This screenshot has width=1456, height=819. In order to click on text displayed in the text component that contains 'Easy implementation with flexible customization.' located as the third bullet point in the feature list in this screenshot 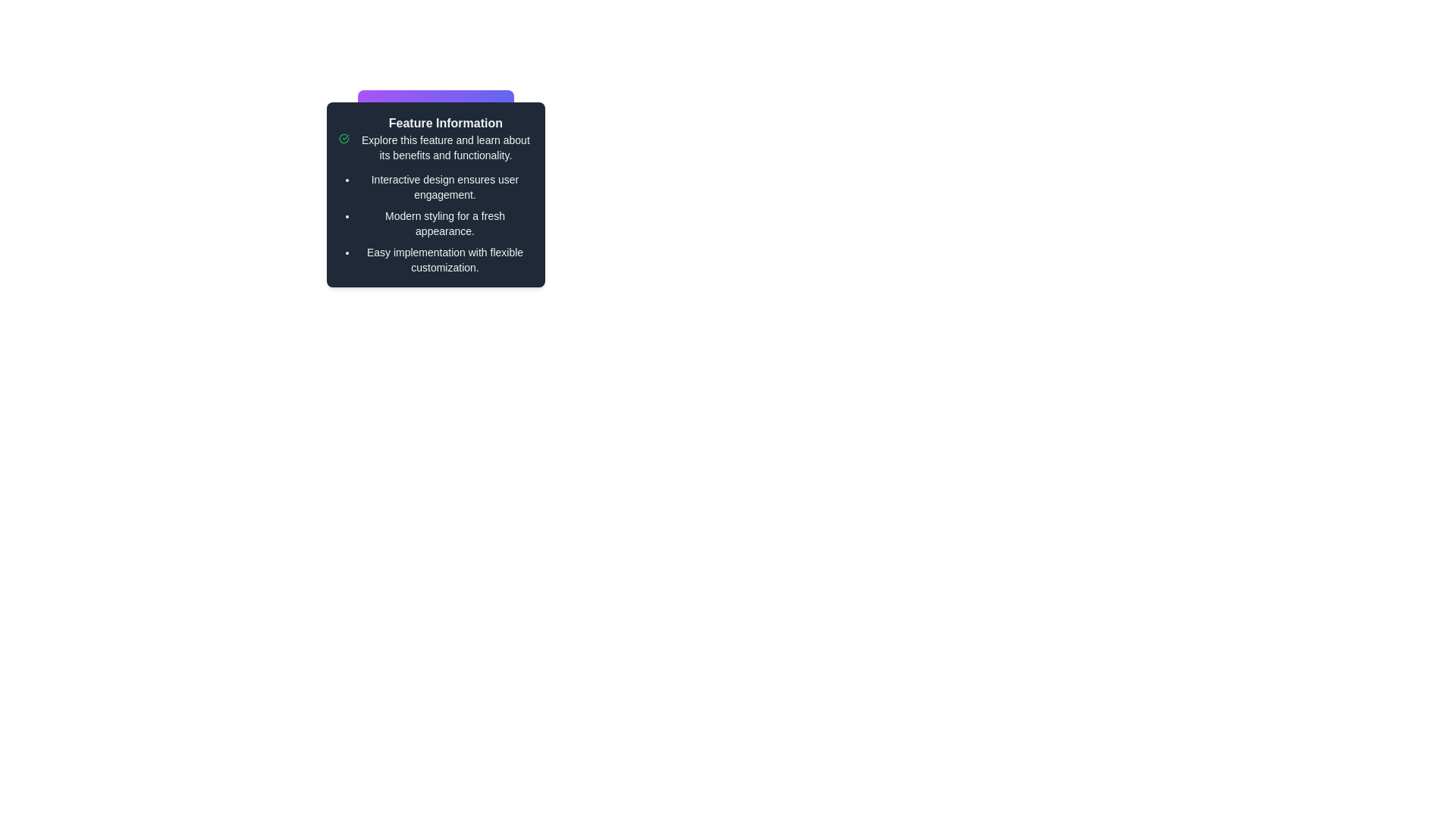, I will do `click(444, 259)`.